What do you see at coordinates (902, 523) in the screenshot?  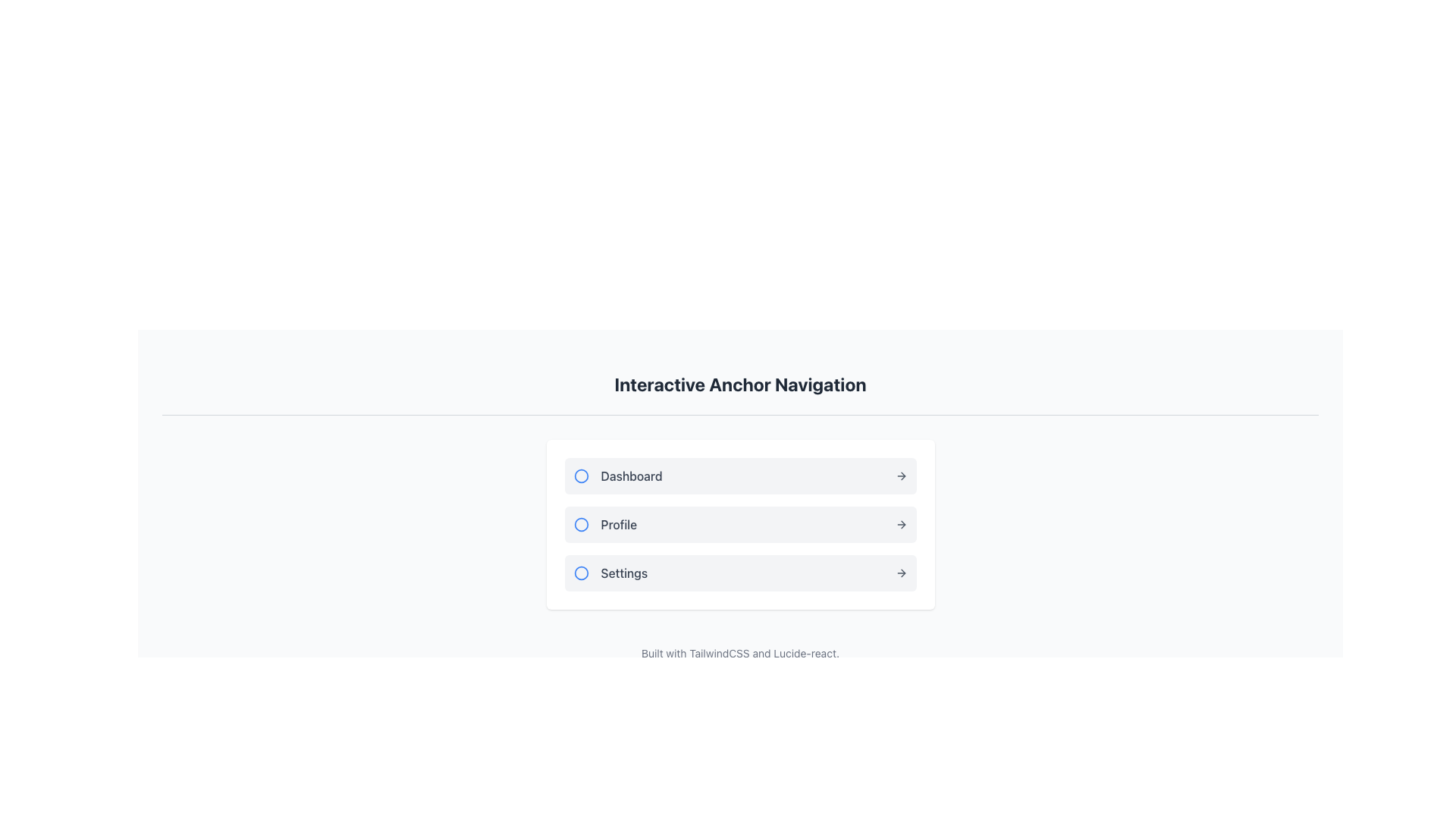 I see `the 'Profile' option which the arrow icon indicates leads to further information, located in the middle section of the card` at bounding box center [902, 523].